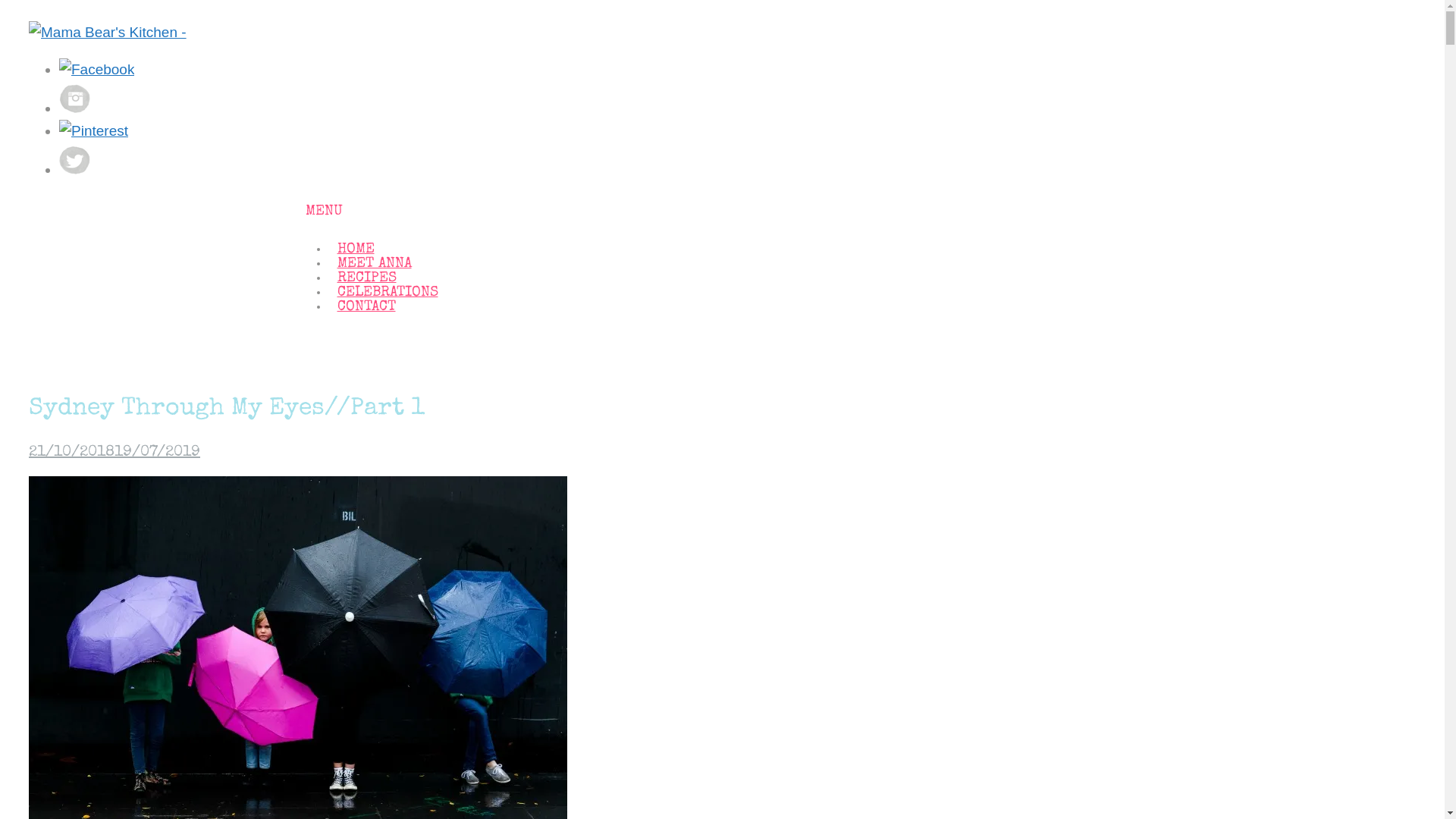 The width and height of the screenshot is (1456, 819). Describe the element at coordinates (313, 237) in the screenshot. I see `'SKIP TO CONTENT'` at that location.